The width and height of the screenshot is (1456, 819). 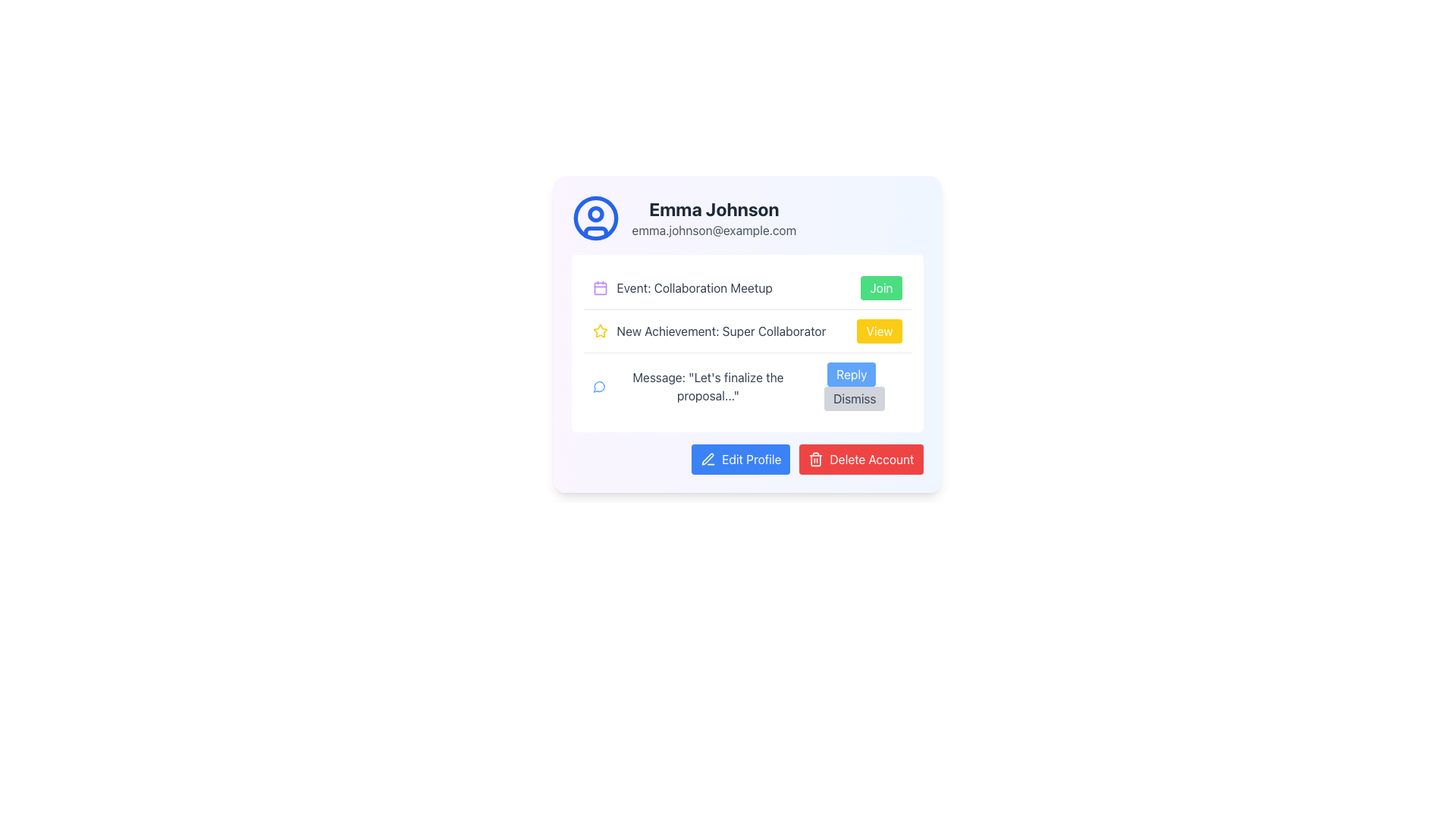 What do you see at coordinates (682, 288) in the screenshot?
I see `event details from the element labeled 'Event: Collaboration Meetup' which includes a purple calendar icon and is the first item in a list, located to the left of a green 'Join' button` at bounding box center [682, 288].